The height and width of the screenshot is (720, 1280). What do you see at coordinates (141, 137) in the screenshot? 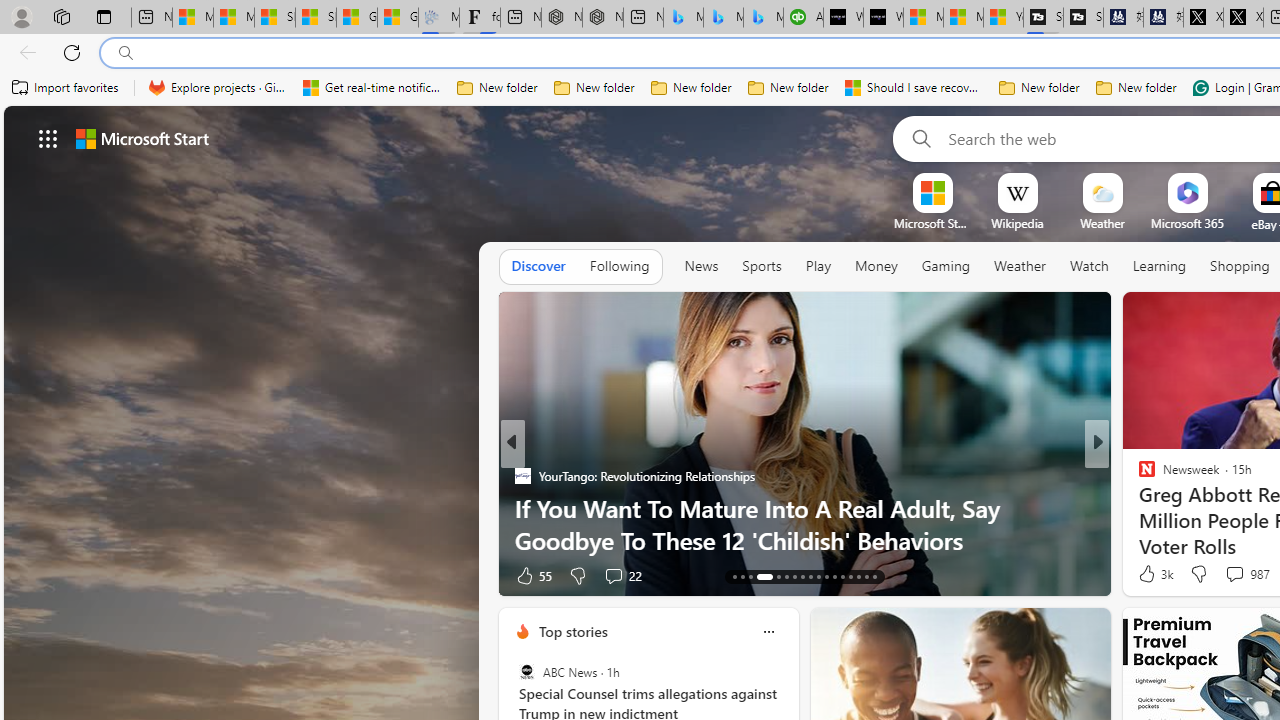
I see `'Microsoft start'` at bounding box center [141, 137].